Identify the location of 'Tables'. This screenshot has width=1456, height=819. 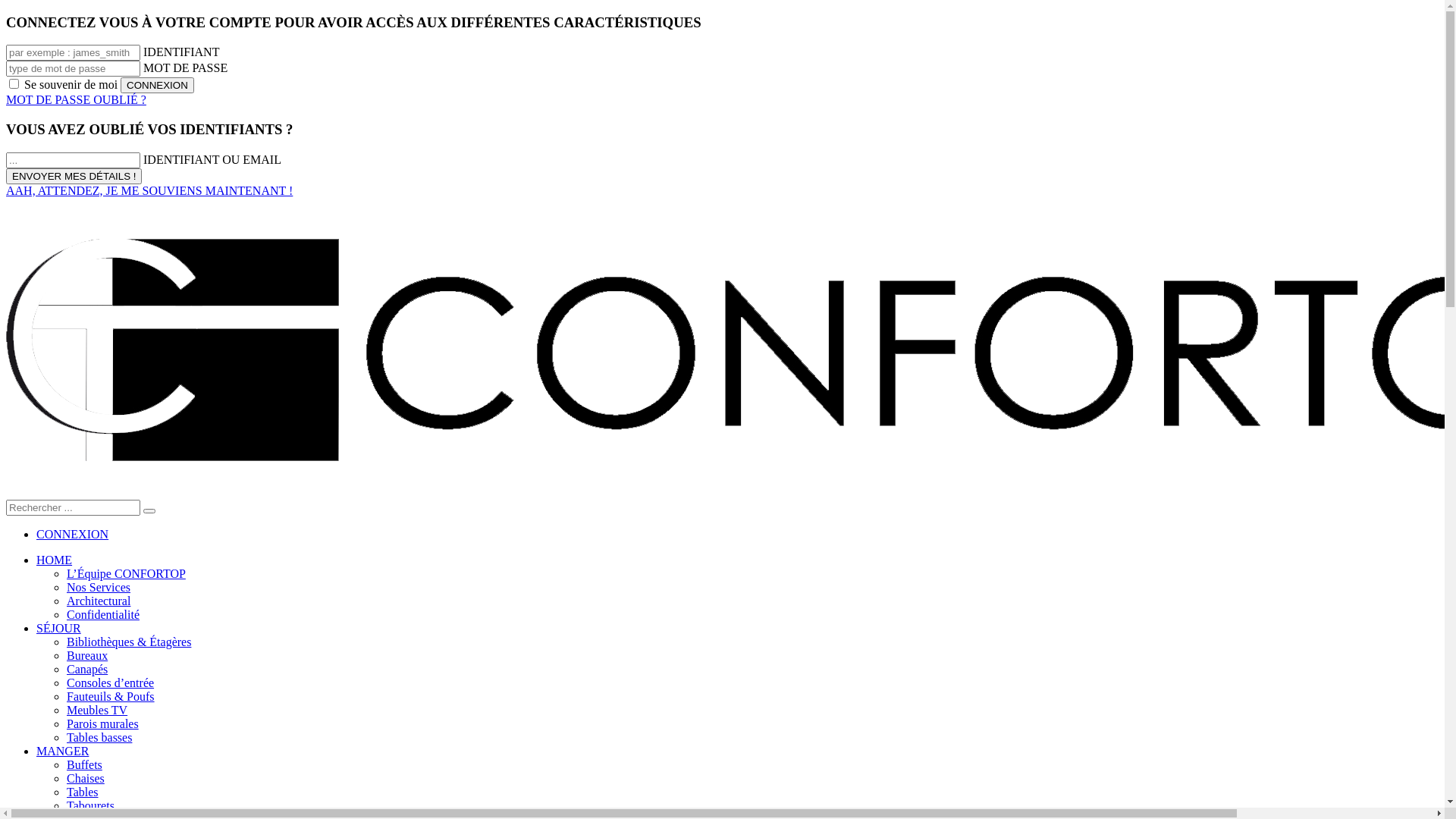
(65, 791).